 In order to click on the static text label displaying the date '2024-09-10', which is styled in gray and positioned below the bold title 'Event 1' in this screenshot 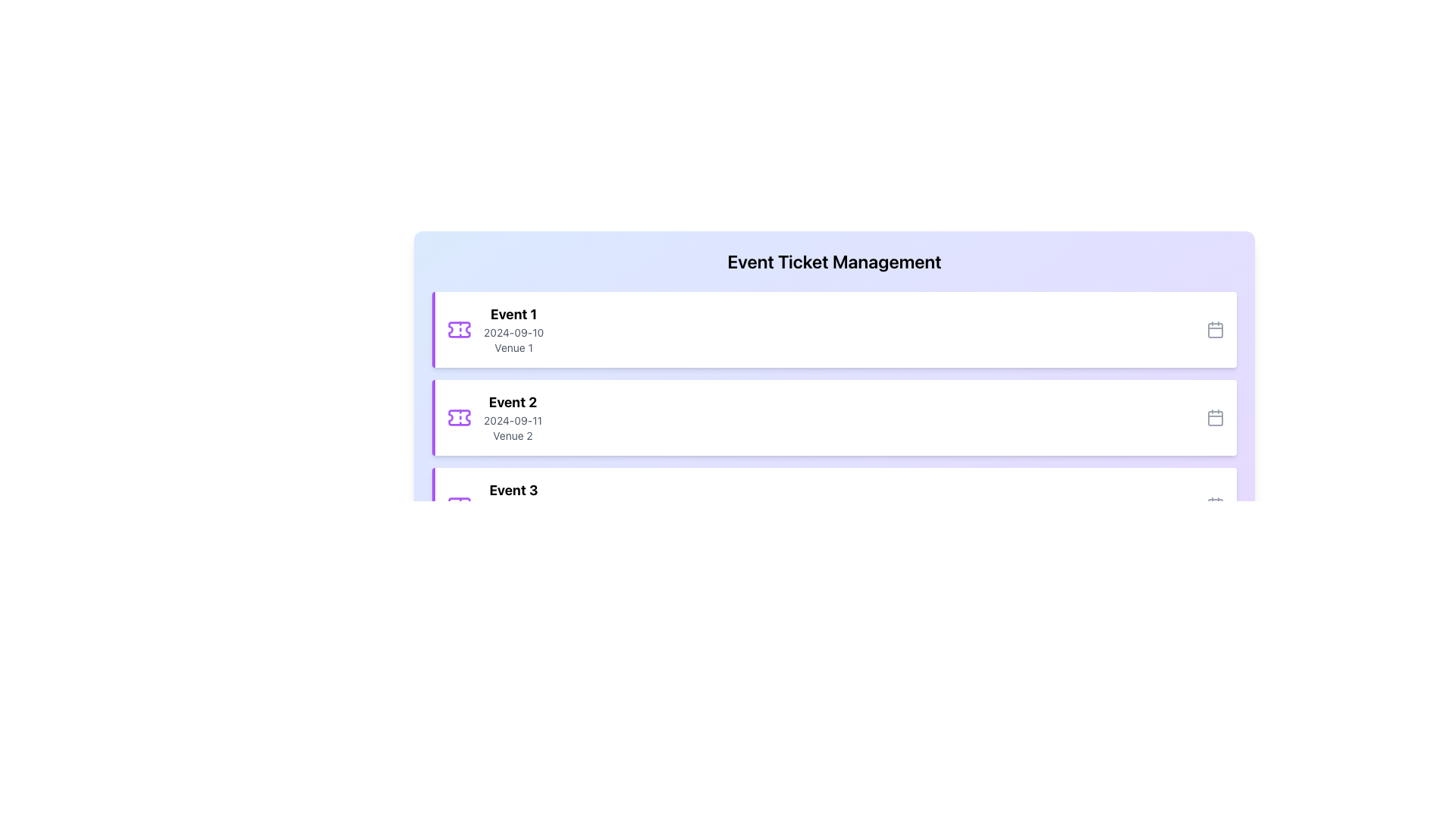, I will do `click(513, 332)`.